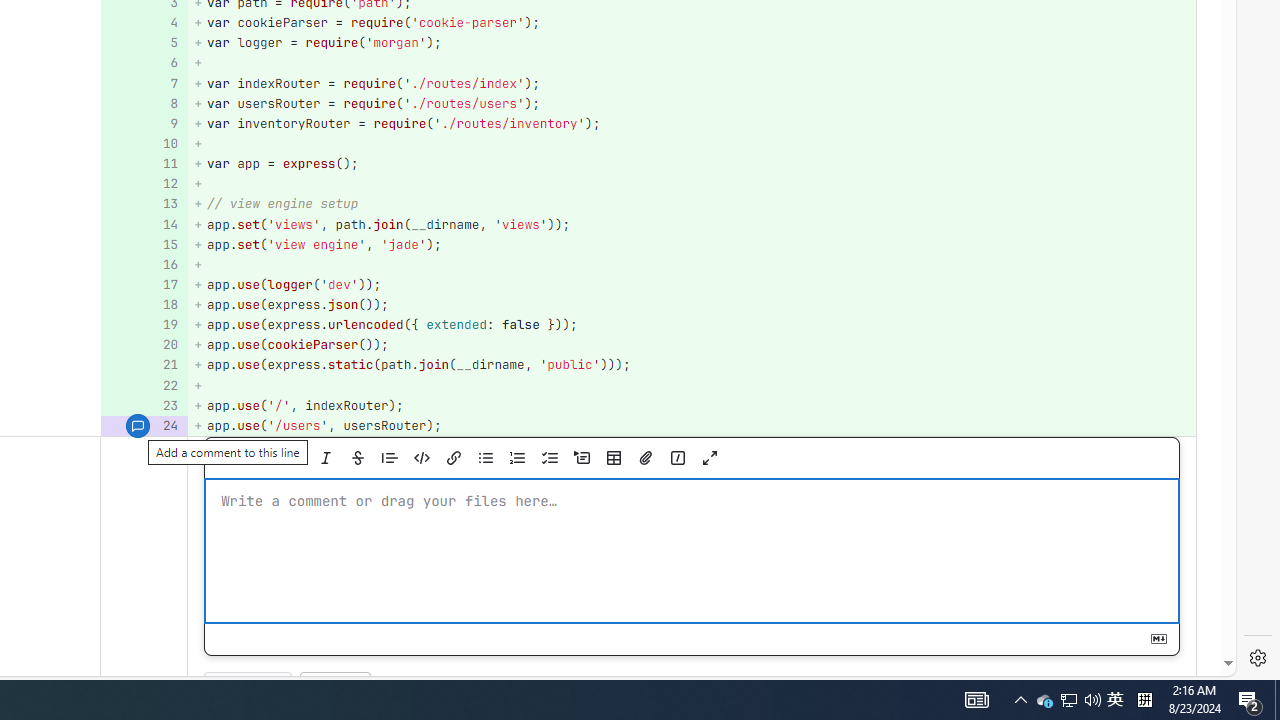 The width and height of the screenshot is (1280, 720). I want to click on 'Add a quick action', so click(677, 458).